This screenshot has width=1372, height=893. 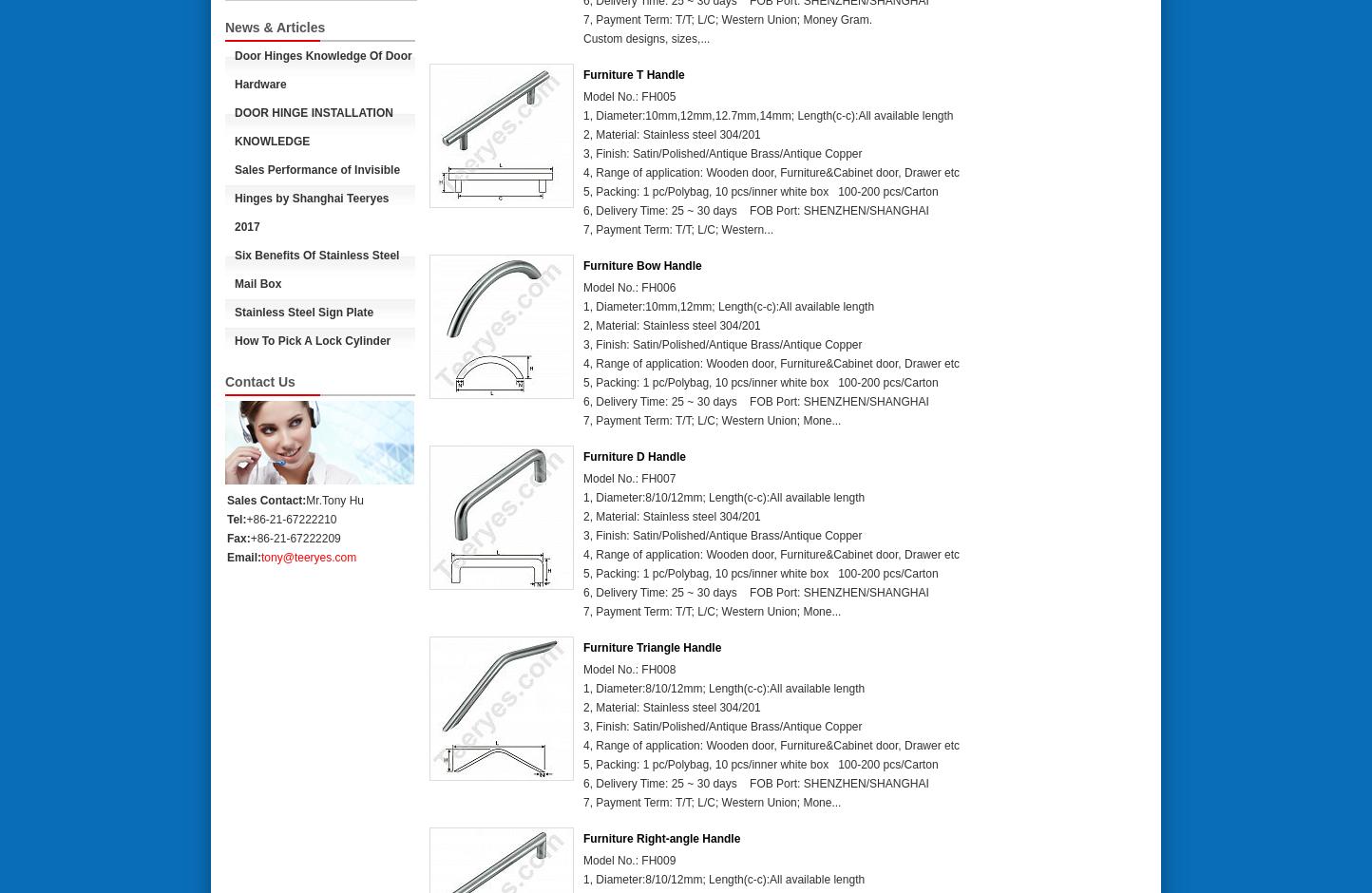 What do you see at coordinates (767, 115) in the screenshot?
I see `'1, Diameter:10mm,12mm,12.7mm,14mm; Length(c-c):All available length'` at bounding box center [767, 115].